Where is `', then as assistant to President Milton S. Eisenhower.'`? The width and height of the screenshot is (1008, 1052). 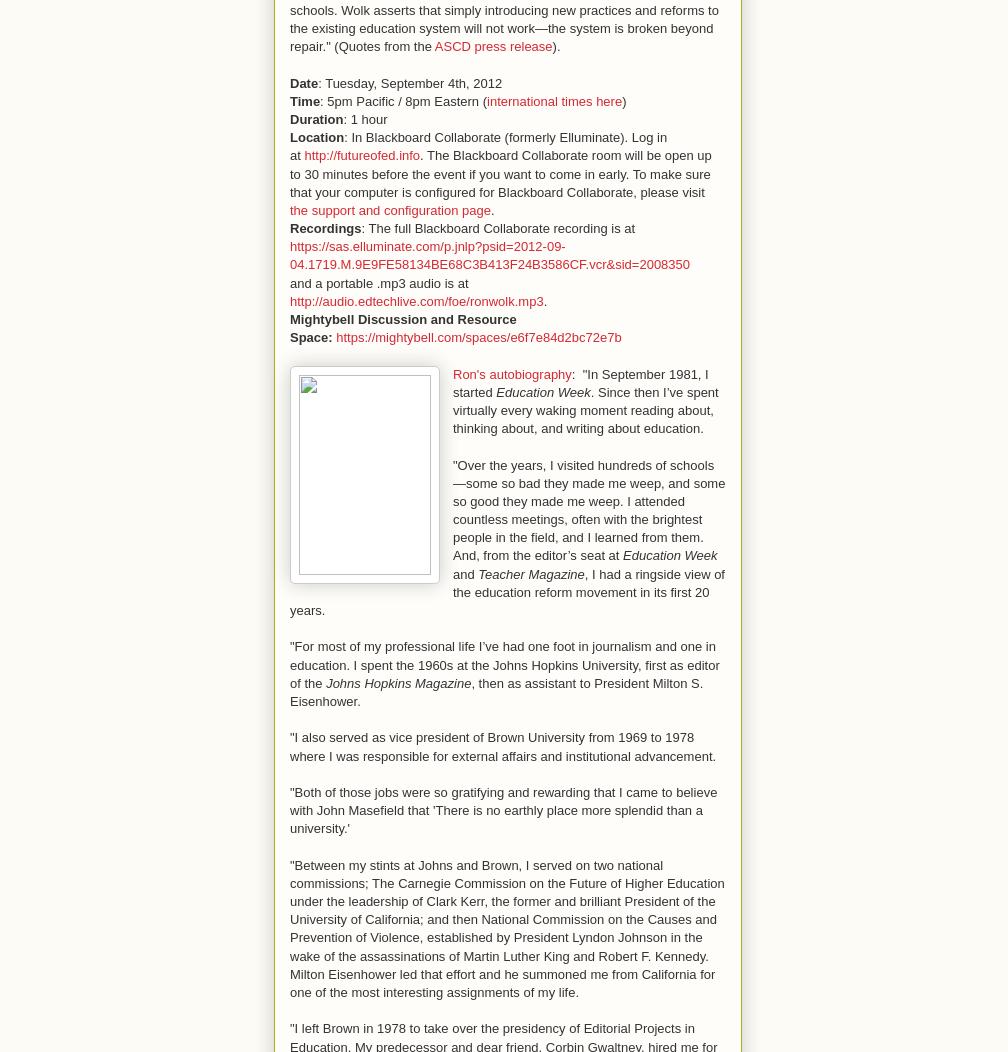
', then as assistant to President Milton S. Eisenhower.' is located at coordinates (496, 690).